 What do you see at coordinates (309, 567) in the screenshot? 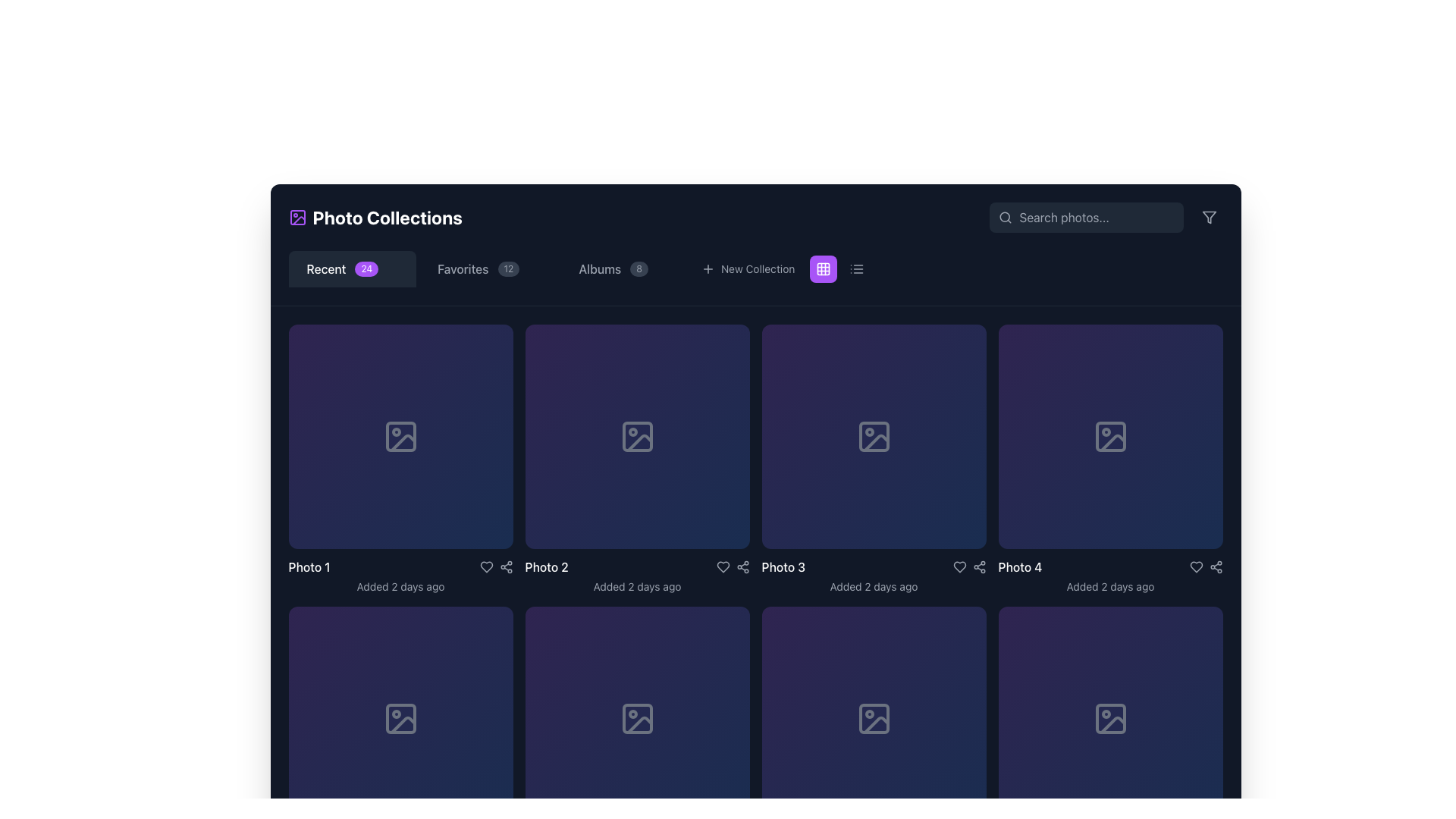
I see `the static text label that describes the photo title located at the bottom-left of the first photo card in the grid layout` at bounding box center [309, 567].